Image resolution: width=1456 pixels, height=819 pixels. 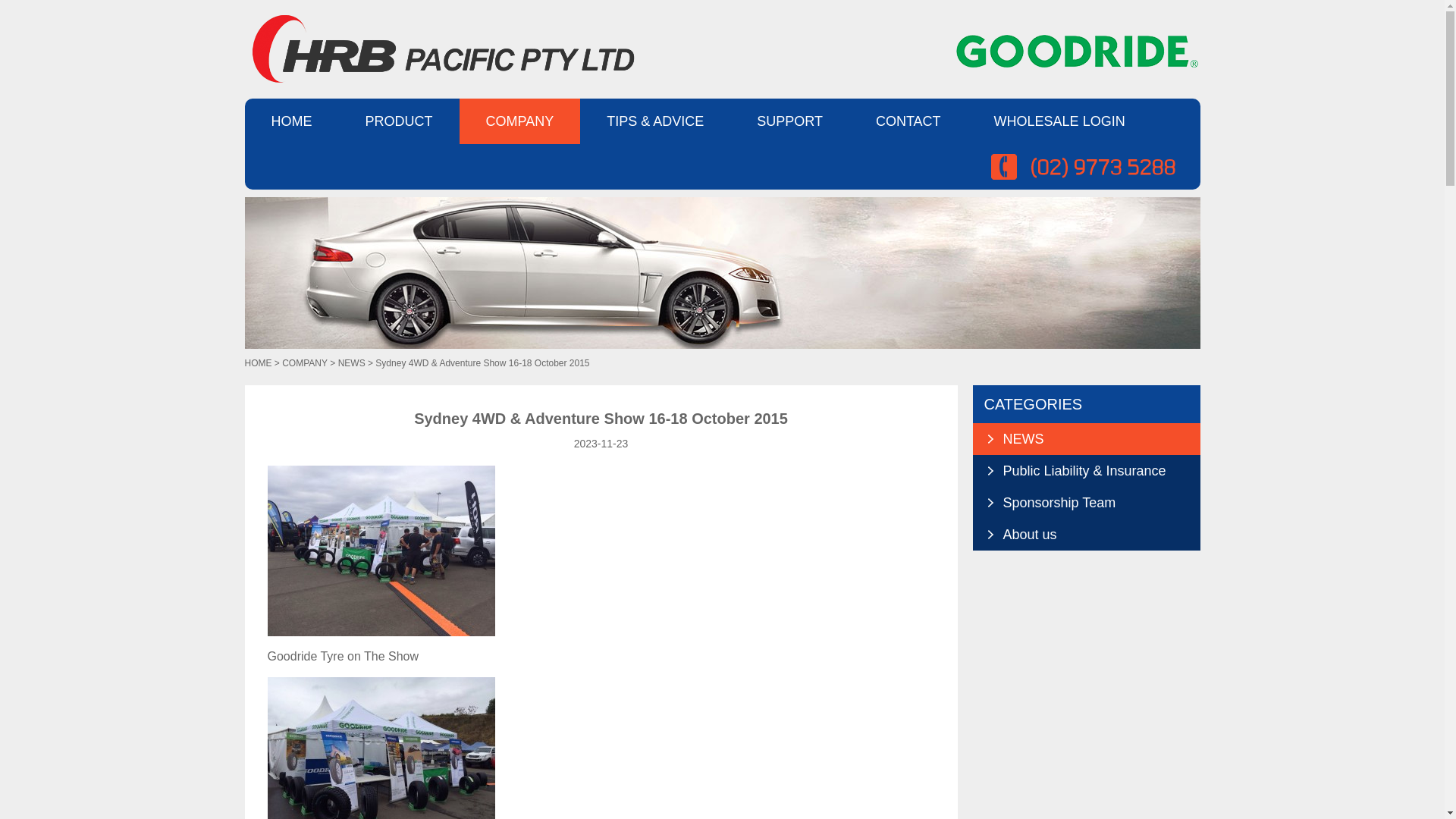 I want to click on 'NEWS', so click(x=351, y=362).